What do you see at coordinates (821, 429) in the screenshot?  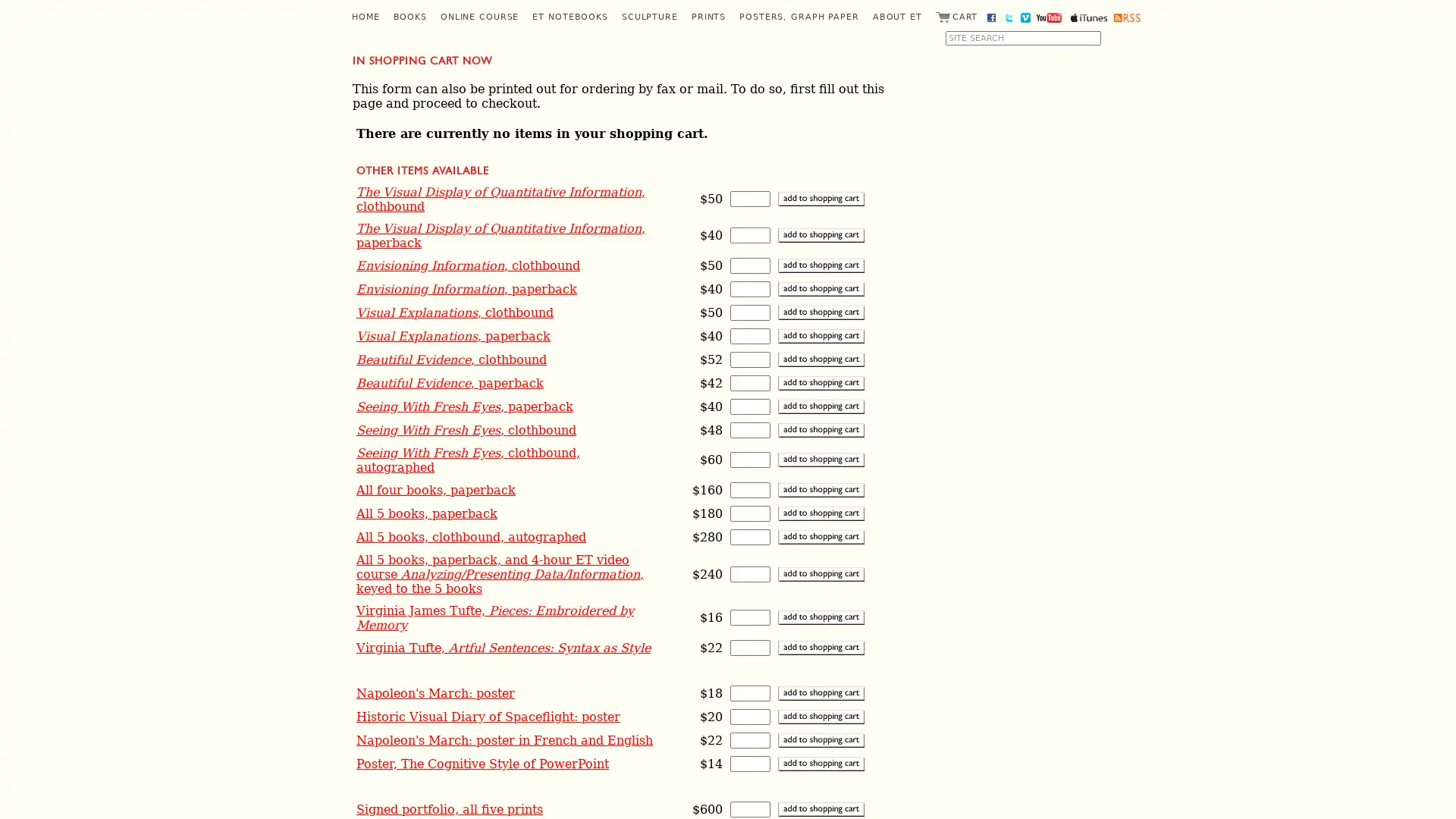 I see `add to shopping cart` at bounding box center [821, 429].